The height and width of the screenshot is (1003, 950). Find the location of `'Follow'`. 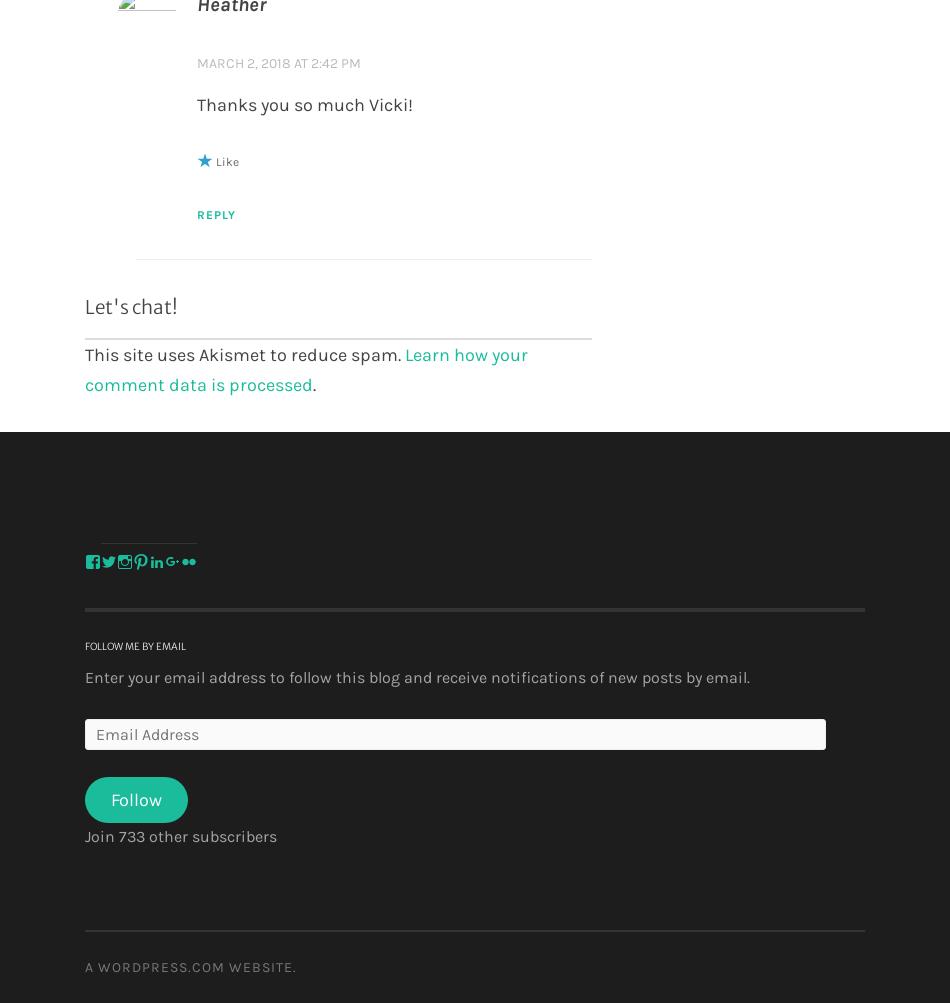

'Follow' is located at coordinates (110, 798).